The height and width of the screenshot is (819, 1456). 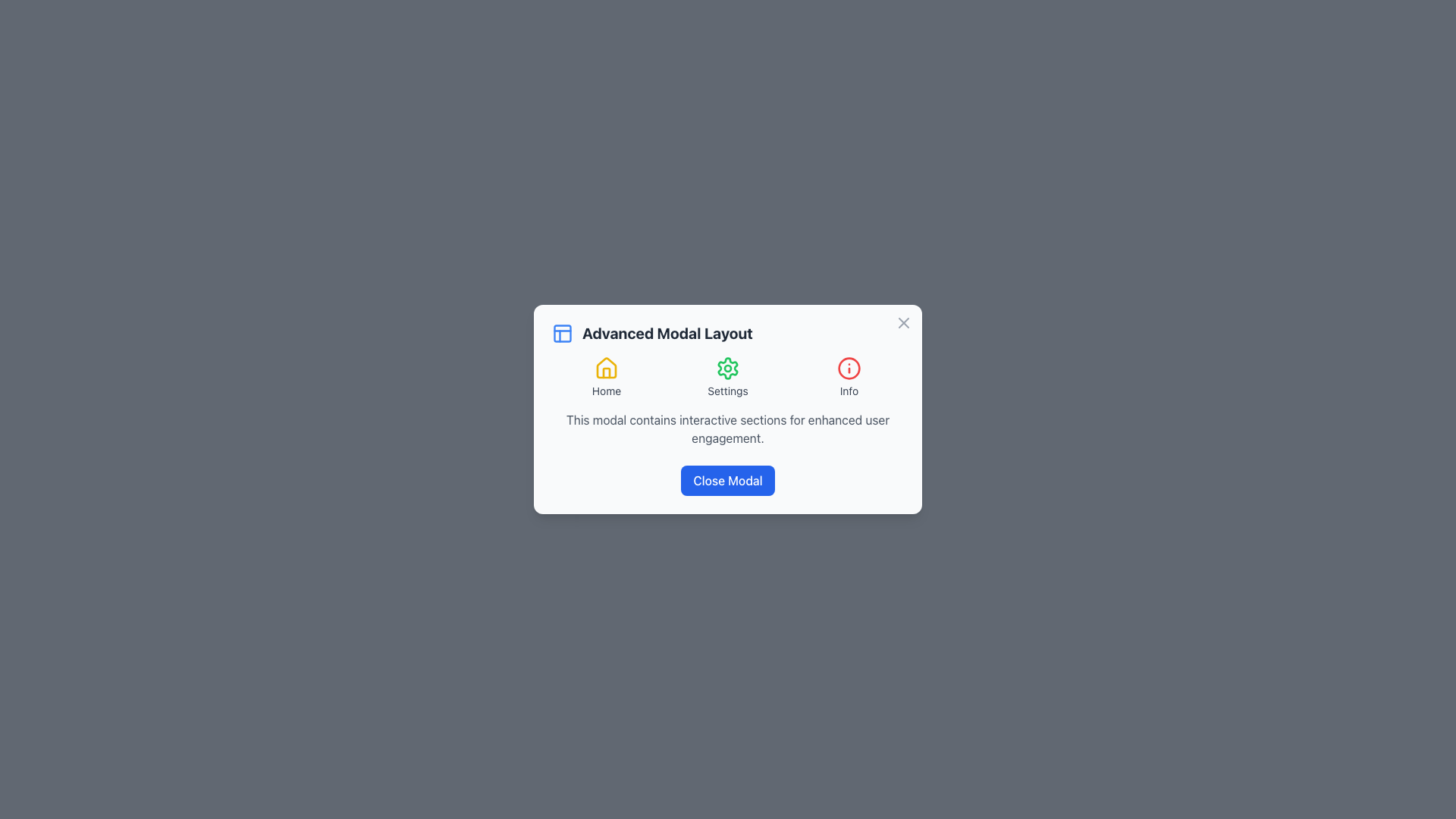 What do you see at coordinates (728, 332) in the screenshot?
I see `the Text Label with Icon at the top of the modal dialog, which serves as the title or heading for the modal` at bounding box center [728, 332].